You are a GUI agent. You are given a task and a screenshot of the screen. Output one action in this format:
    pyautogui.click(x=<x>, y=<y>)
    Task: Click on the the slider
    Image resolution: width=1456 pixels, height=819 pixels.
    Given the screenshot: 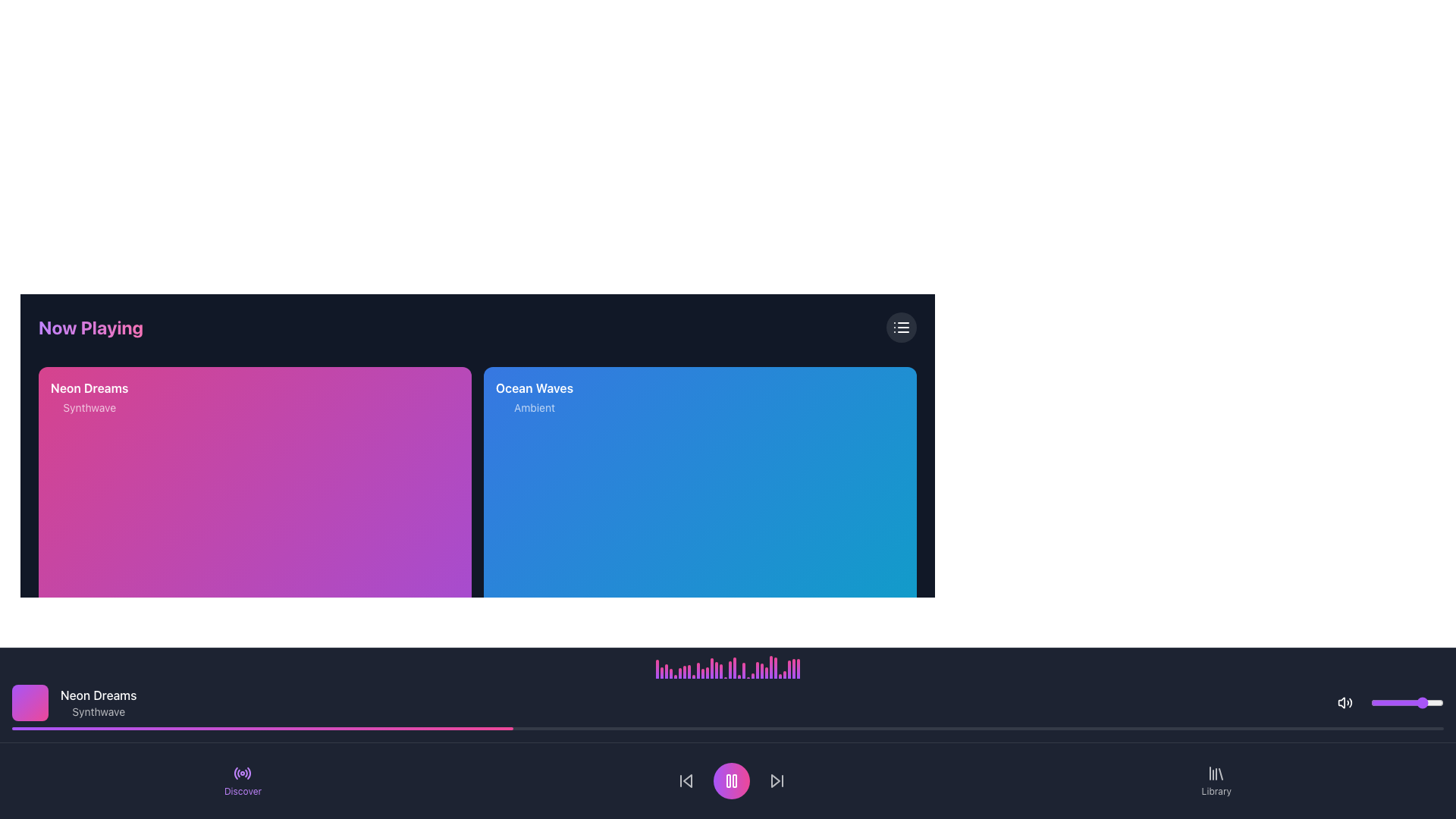 What is the action you would take?
    pyautogui.click(x=1406, y=702)
    